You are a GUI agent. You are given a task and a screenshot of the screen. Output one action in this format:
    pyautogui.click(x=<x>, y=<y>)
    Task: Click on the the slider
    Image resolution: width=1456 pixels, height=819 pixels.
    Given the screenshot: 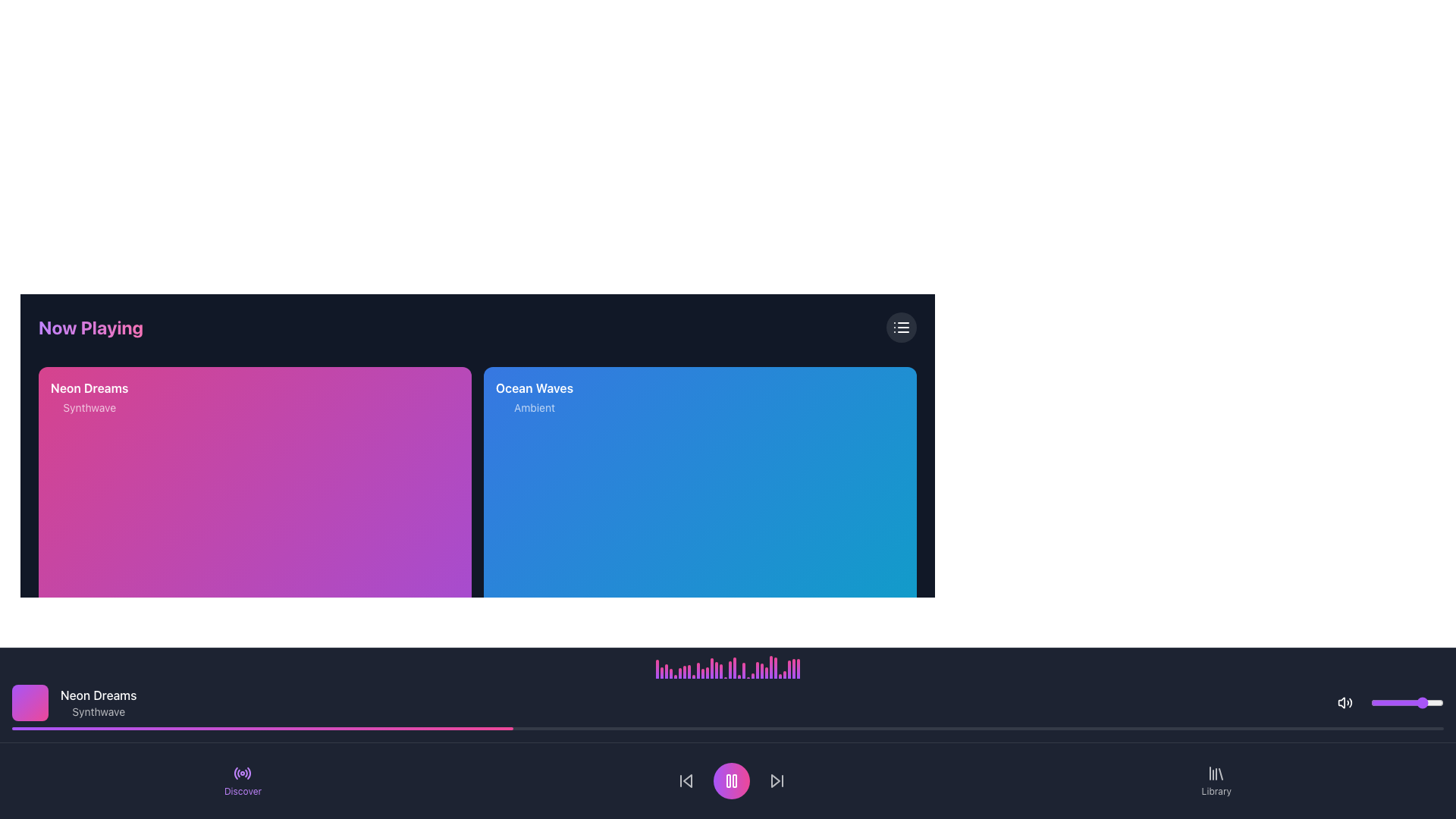 What is the action you would take?
    pyautogui.click(x=1406, y=702)
    